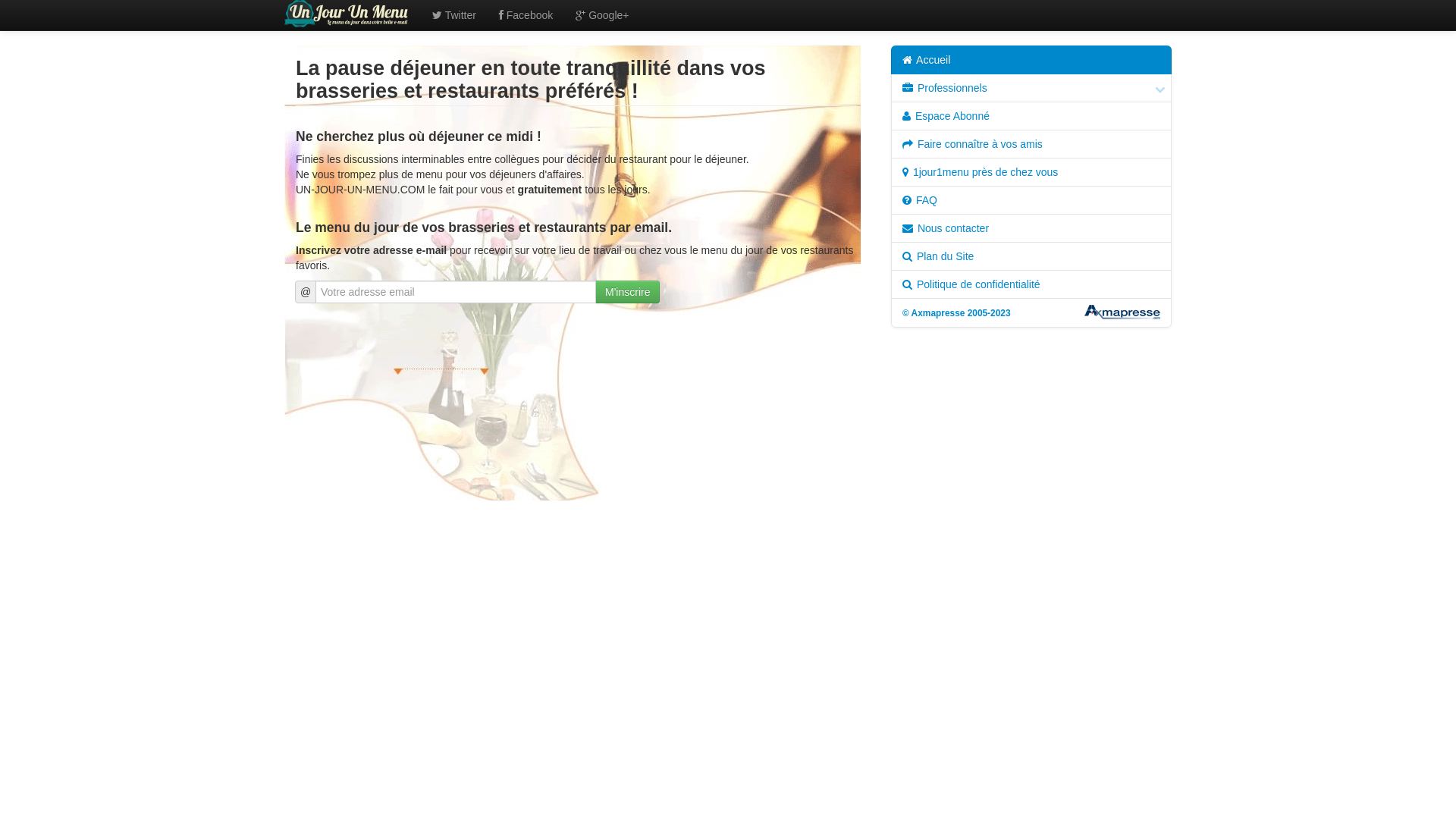  What do you see at coordinates (453, 14) in the screenshot?
I see `'Twitter'` at bounding box center [453, 14].